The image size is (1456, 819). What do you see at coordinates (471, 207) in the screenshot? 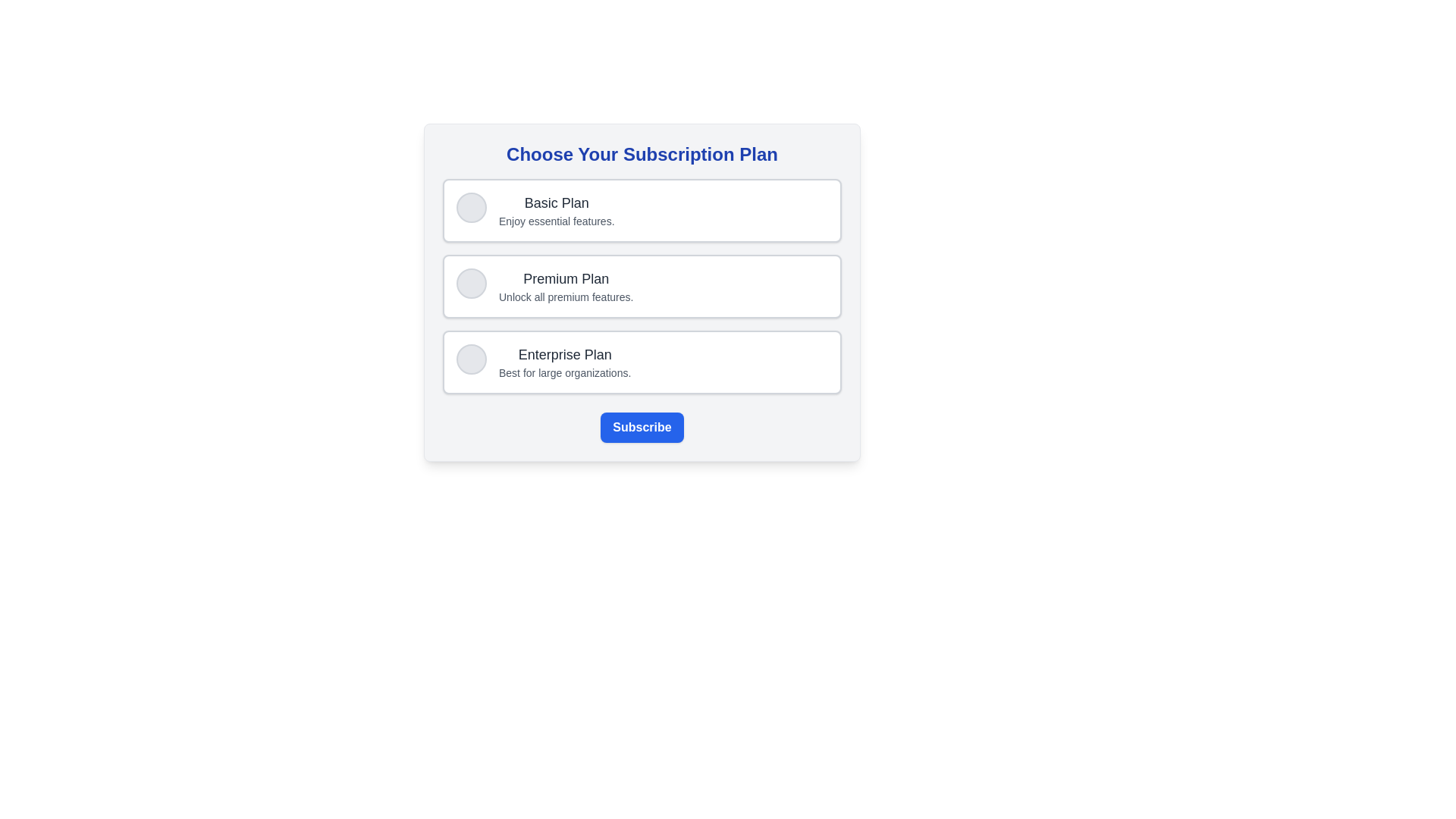
I see `the circular marker indicating the selection status for the 'Basic Plan' option` at bounding box center [471, 207].